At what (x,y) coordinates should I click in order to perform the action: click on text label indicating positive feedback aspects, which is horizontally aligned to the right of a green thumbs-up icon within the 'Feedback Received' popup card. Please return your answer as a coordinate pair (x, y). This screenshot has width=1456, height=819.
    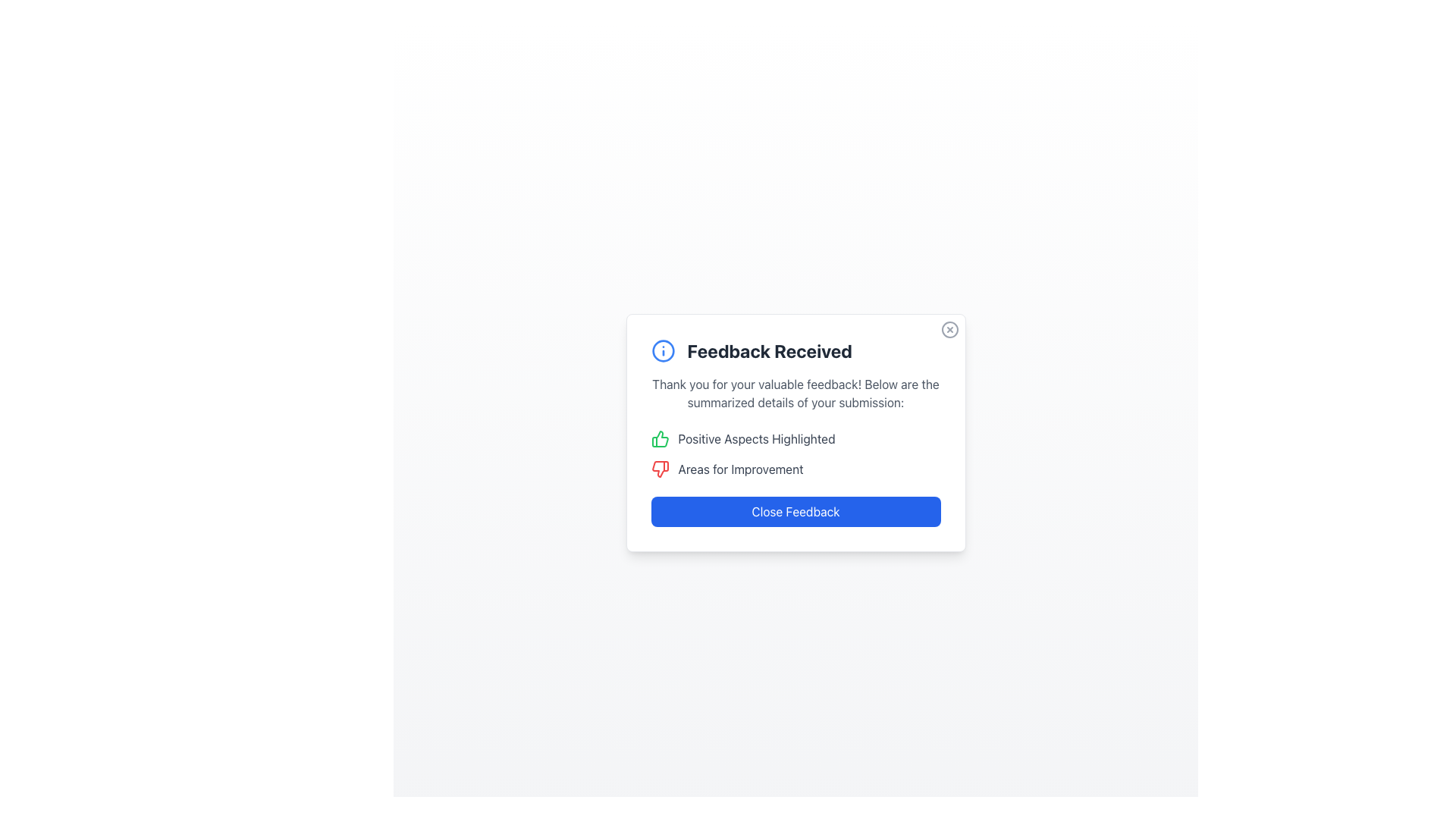
    Looking at the image, I should click on (757, 438).